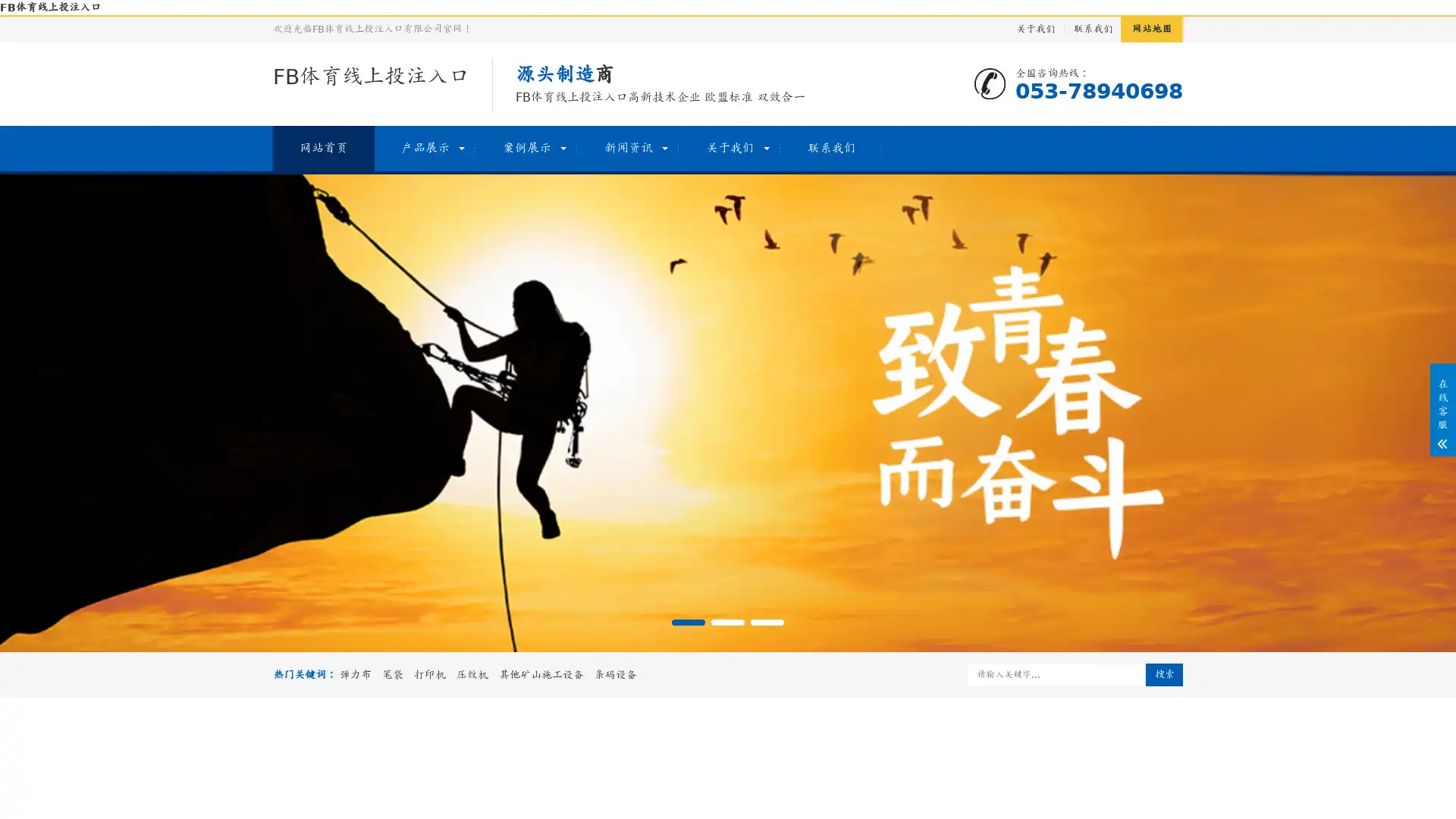  What do you see at coordinates (728, 623) in the screenshot?
I see `Go to slide 2` at bounding box center [728, 623].